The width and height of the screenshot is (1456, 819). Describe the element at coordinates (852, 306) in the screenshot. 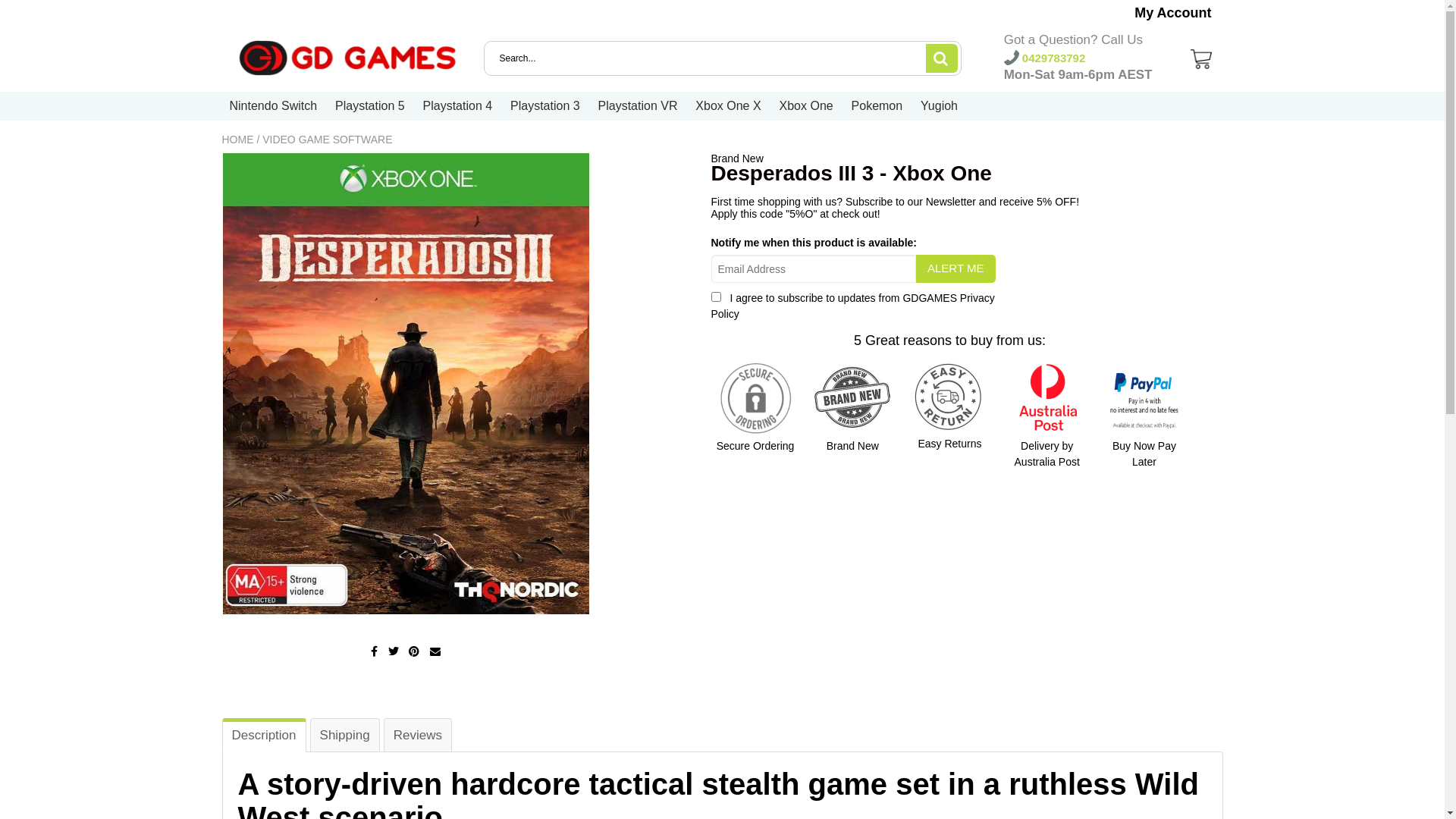

I see `'Privacy Policy'` at that location.